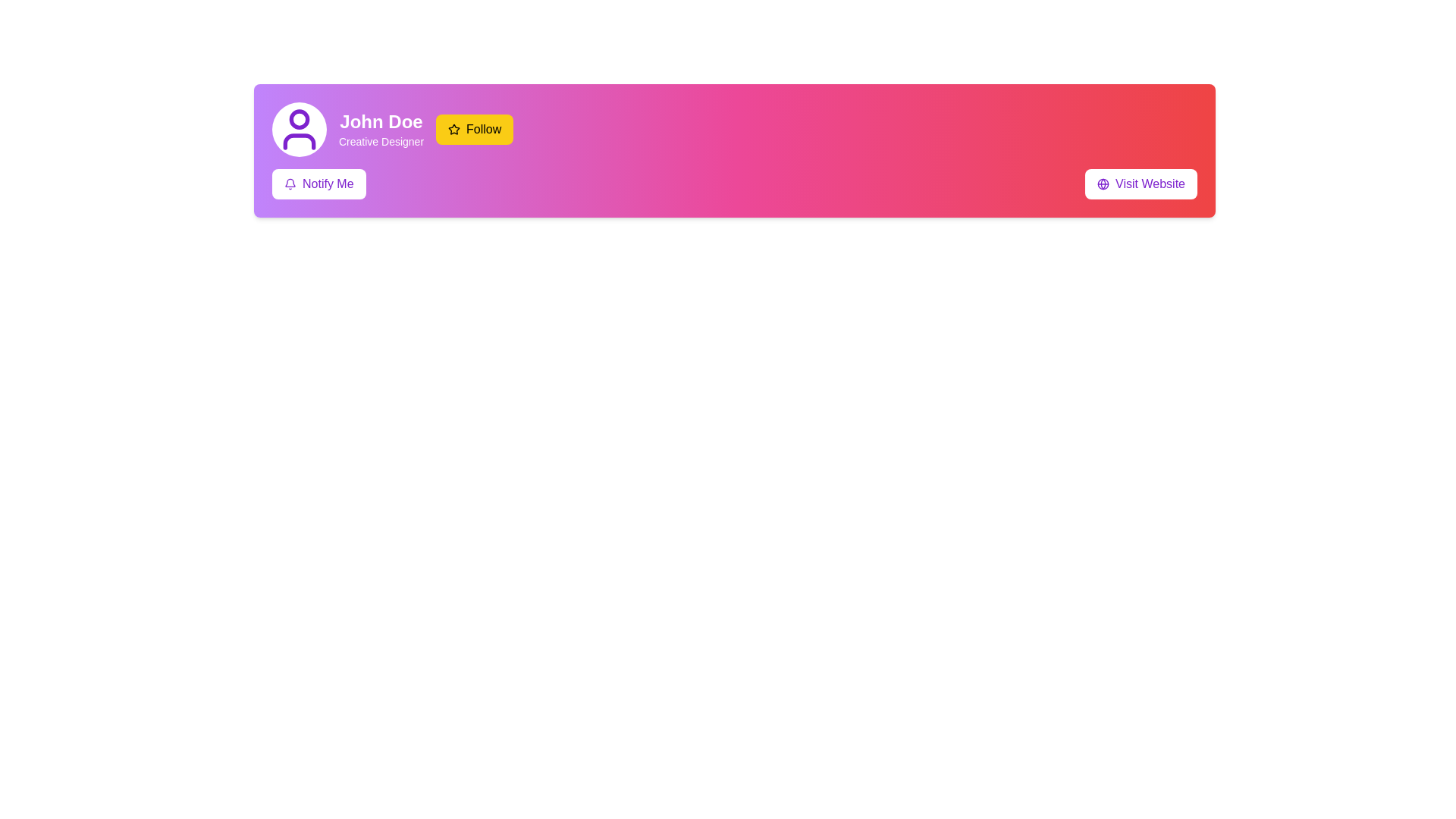 This screenshot has height=819, width=1456. Describe the element at coordinates (1103, 184) in the screenshot. I see `the circular SVG element that is part of the 'Visit Website' button, which has a purple theme and is located on the right side of the button` at that location.